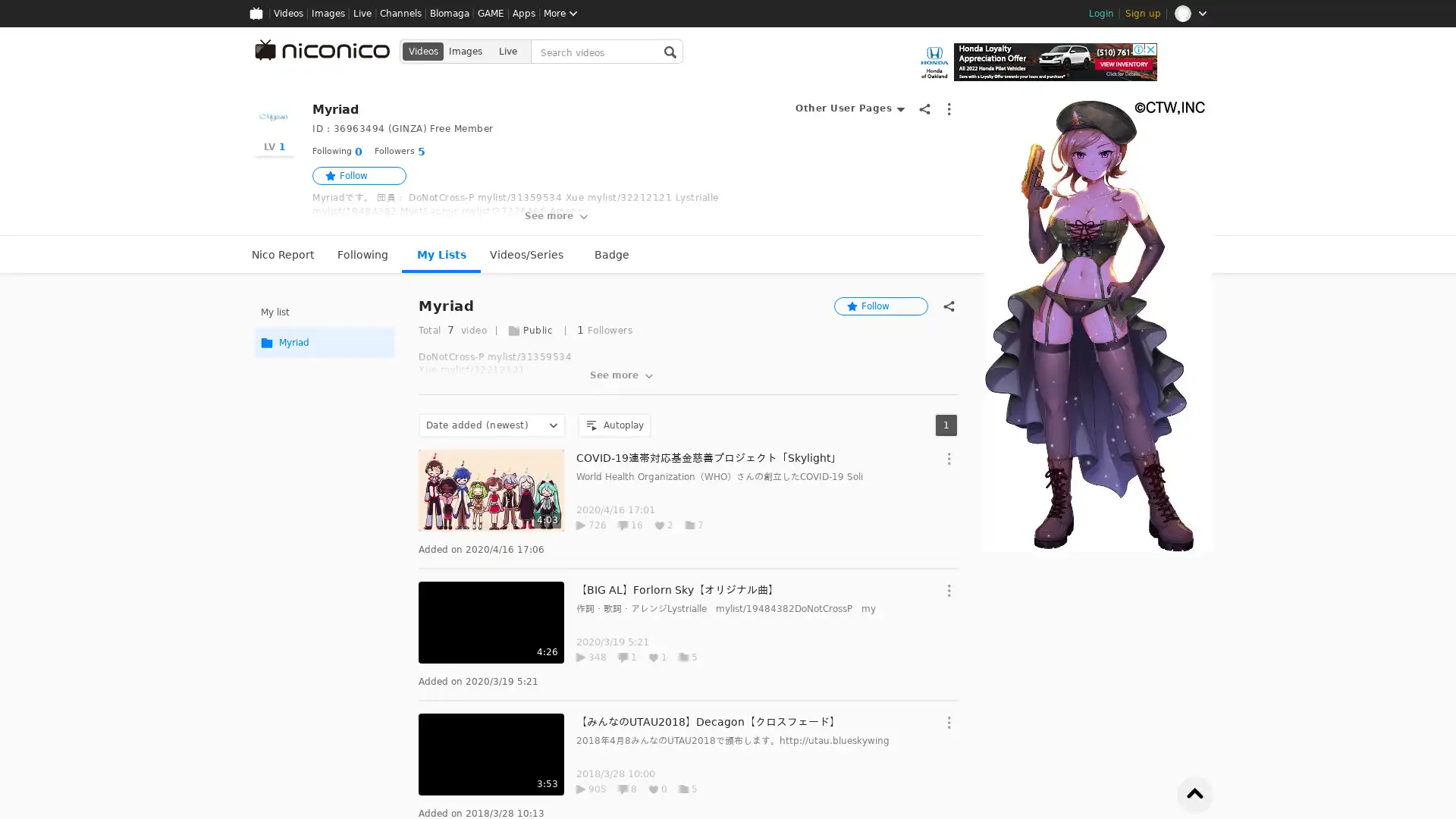 This screenshot has height=819, width=1456. What do you see at coordinates (880, 306) in the screenshot?
I see `Follow` at bounding box center [880, 306].